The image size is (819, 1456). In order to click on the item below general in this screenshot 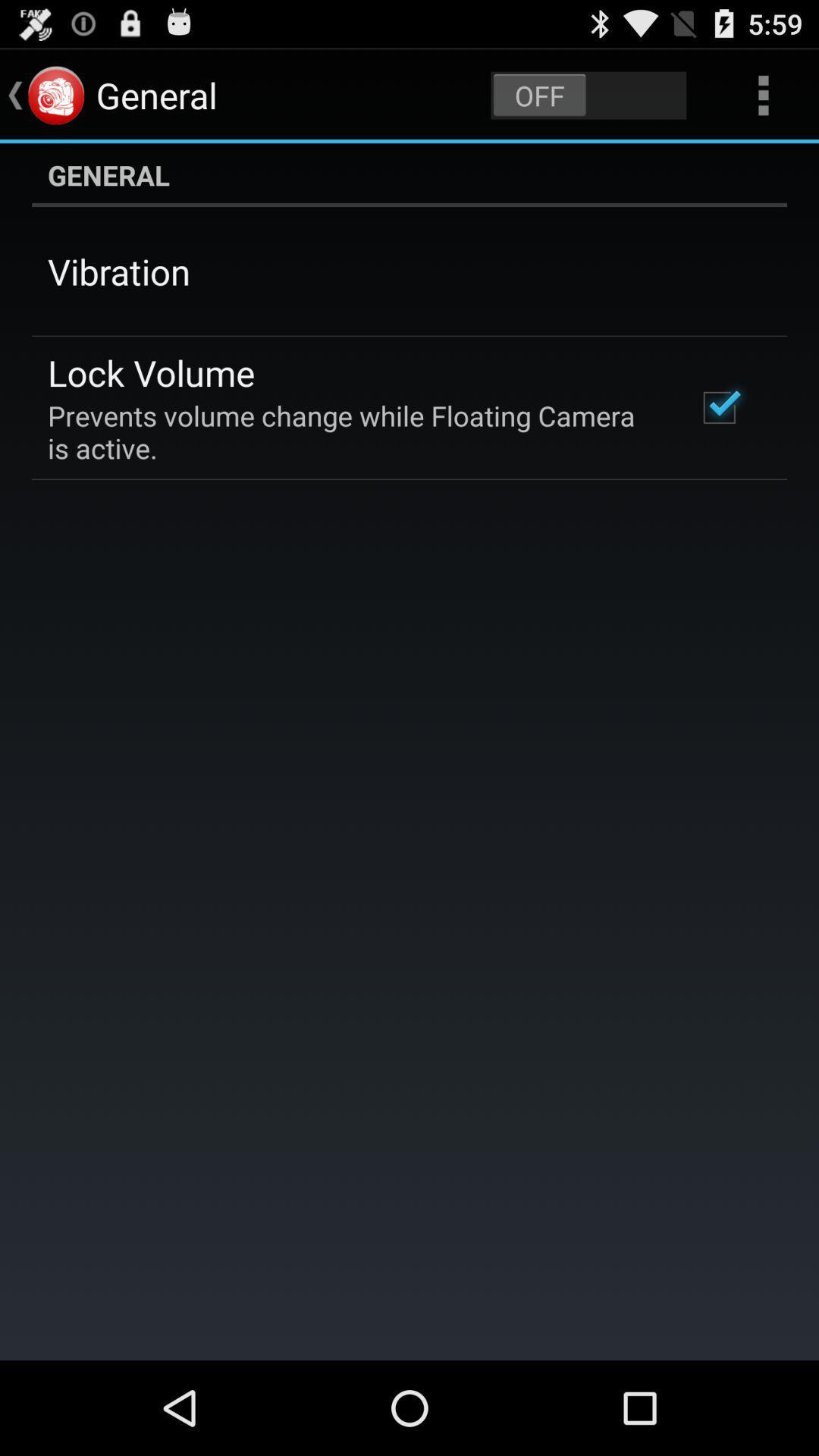, I will do `click(718, 407)`.